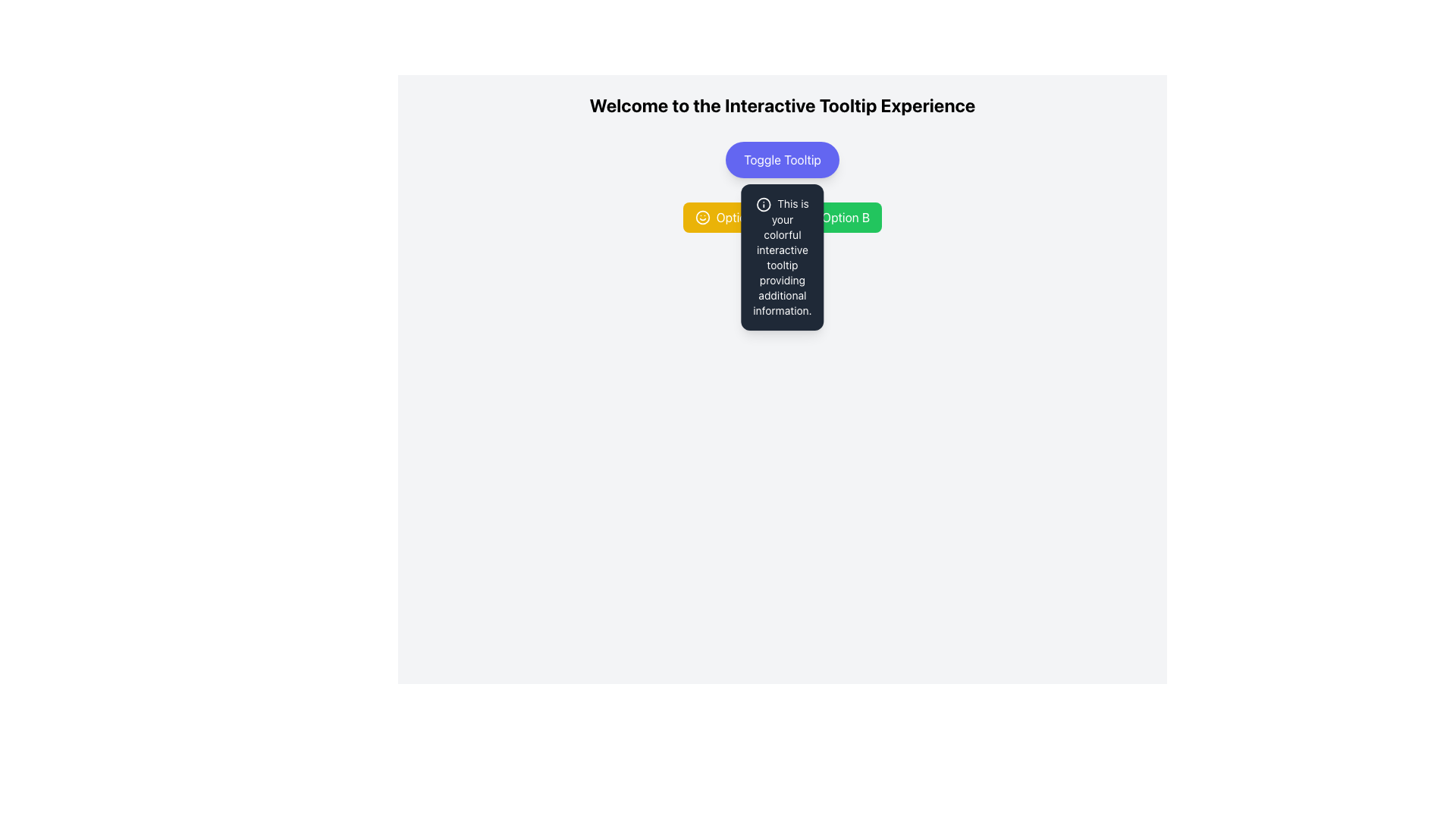 Image resolution: width=1456 pixels, height=819 pixels. What do you see at coordinates (783, 217) in the screenshot?
I see `the 'Option B' button in the Interactive buttons group` at bounding box center [783, 217].